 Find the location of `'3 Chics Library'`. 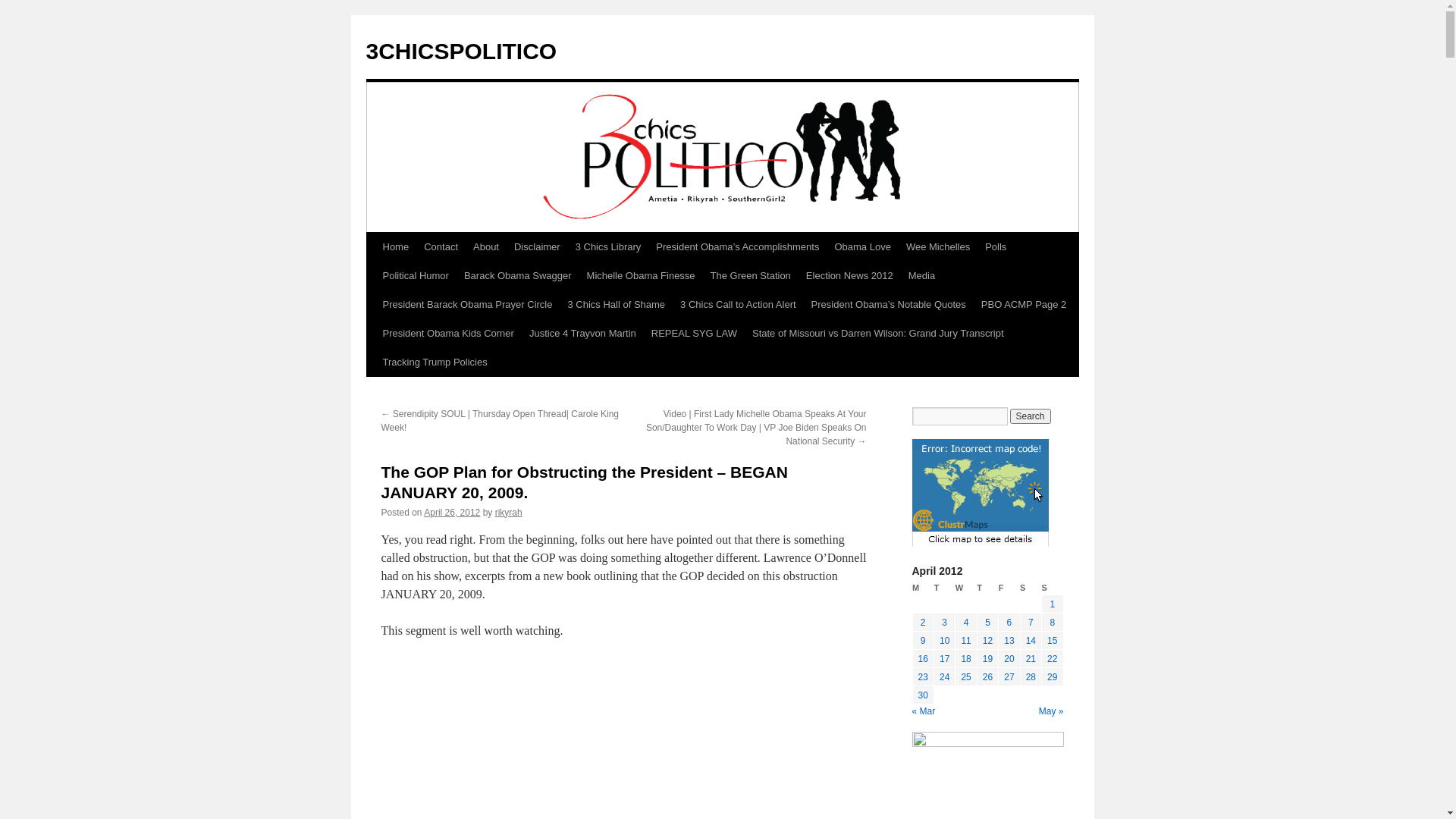

'3 Chics Library' is located at coordinates (608, 246).